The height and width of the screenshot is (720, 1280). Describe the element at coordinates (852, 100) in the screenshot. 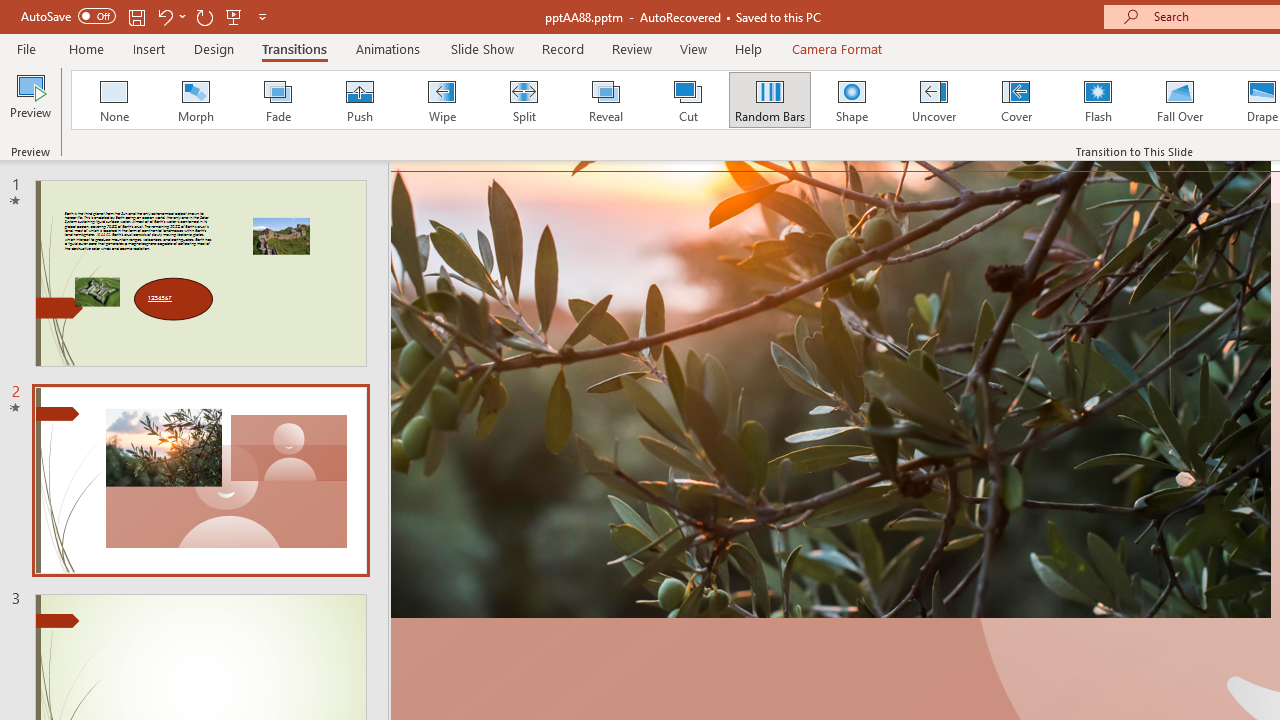

I see `'Shape'` at that location.